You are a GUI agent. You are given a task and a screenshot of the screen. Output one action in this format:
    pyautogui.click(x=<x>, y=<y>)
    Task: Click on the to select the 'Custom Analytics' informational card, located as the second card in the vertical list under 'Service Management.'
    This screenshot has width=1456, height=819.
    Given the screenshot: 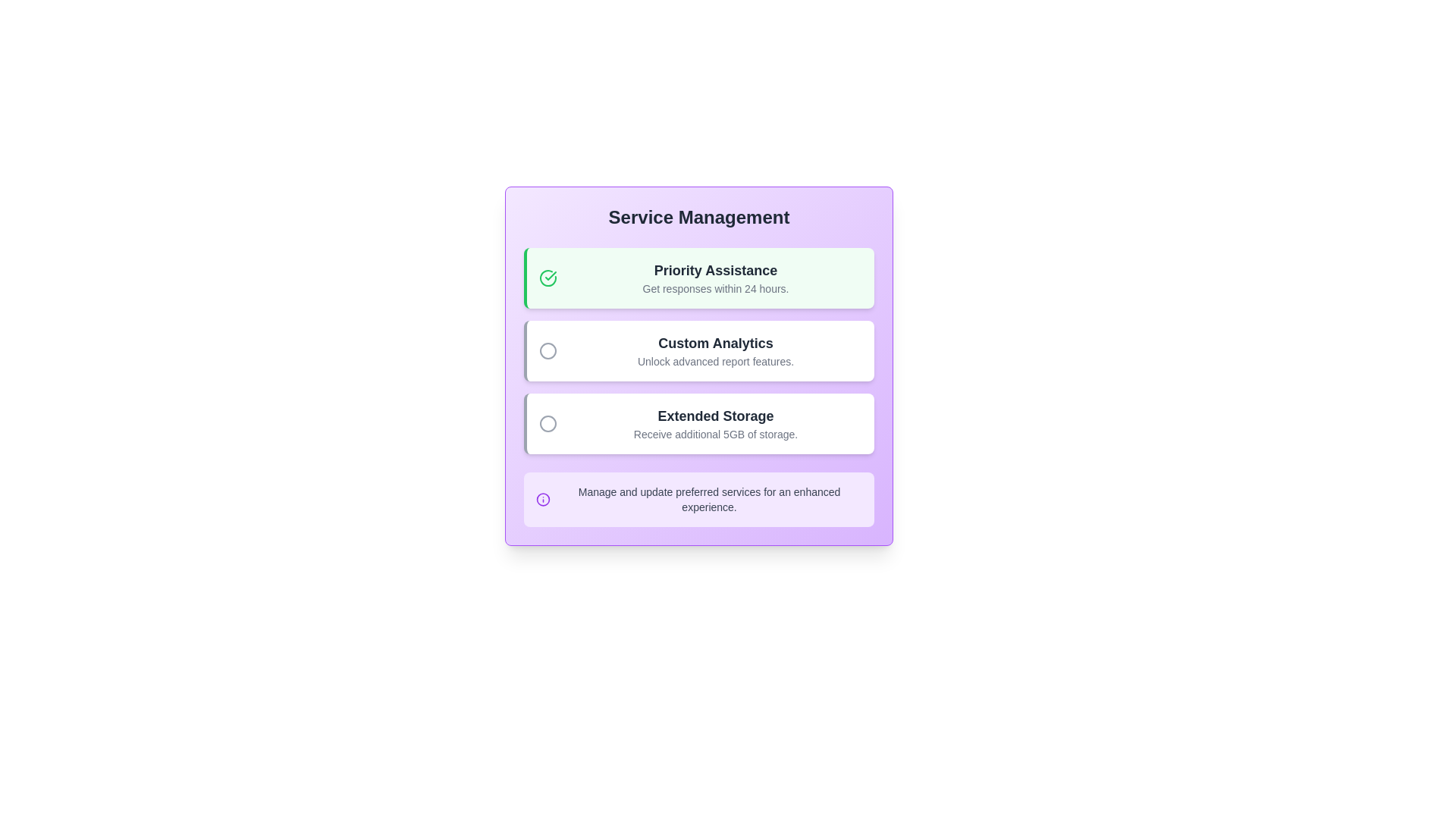 What is the action you would take?
    pyautogui.click(x=698, y=350)
    